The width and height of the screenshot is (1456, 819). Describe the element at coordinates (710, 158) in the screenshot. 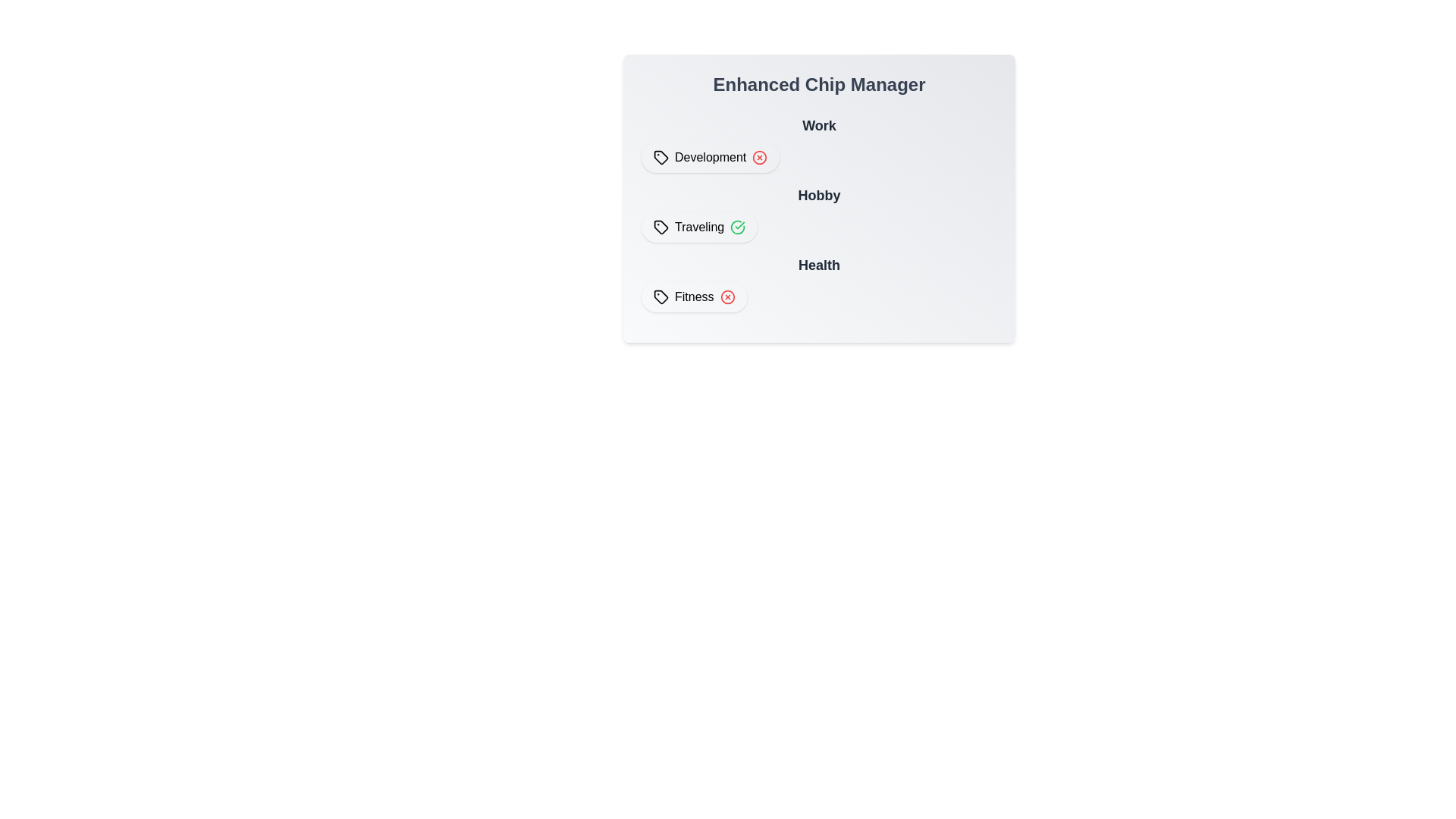

I see `the chip labeled Development` at that location.